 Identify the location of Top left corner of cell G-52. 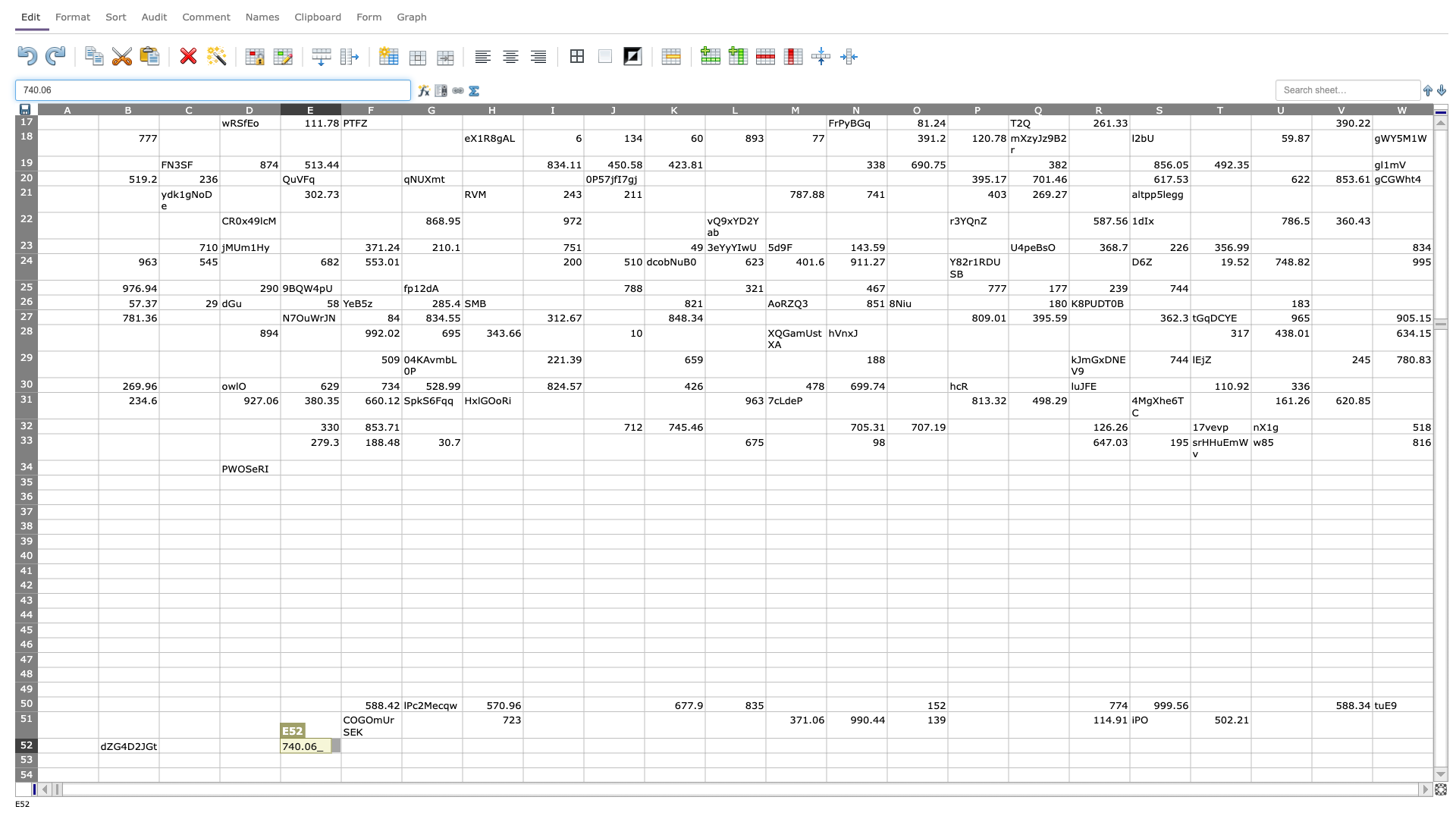
(401, 737).